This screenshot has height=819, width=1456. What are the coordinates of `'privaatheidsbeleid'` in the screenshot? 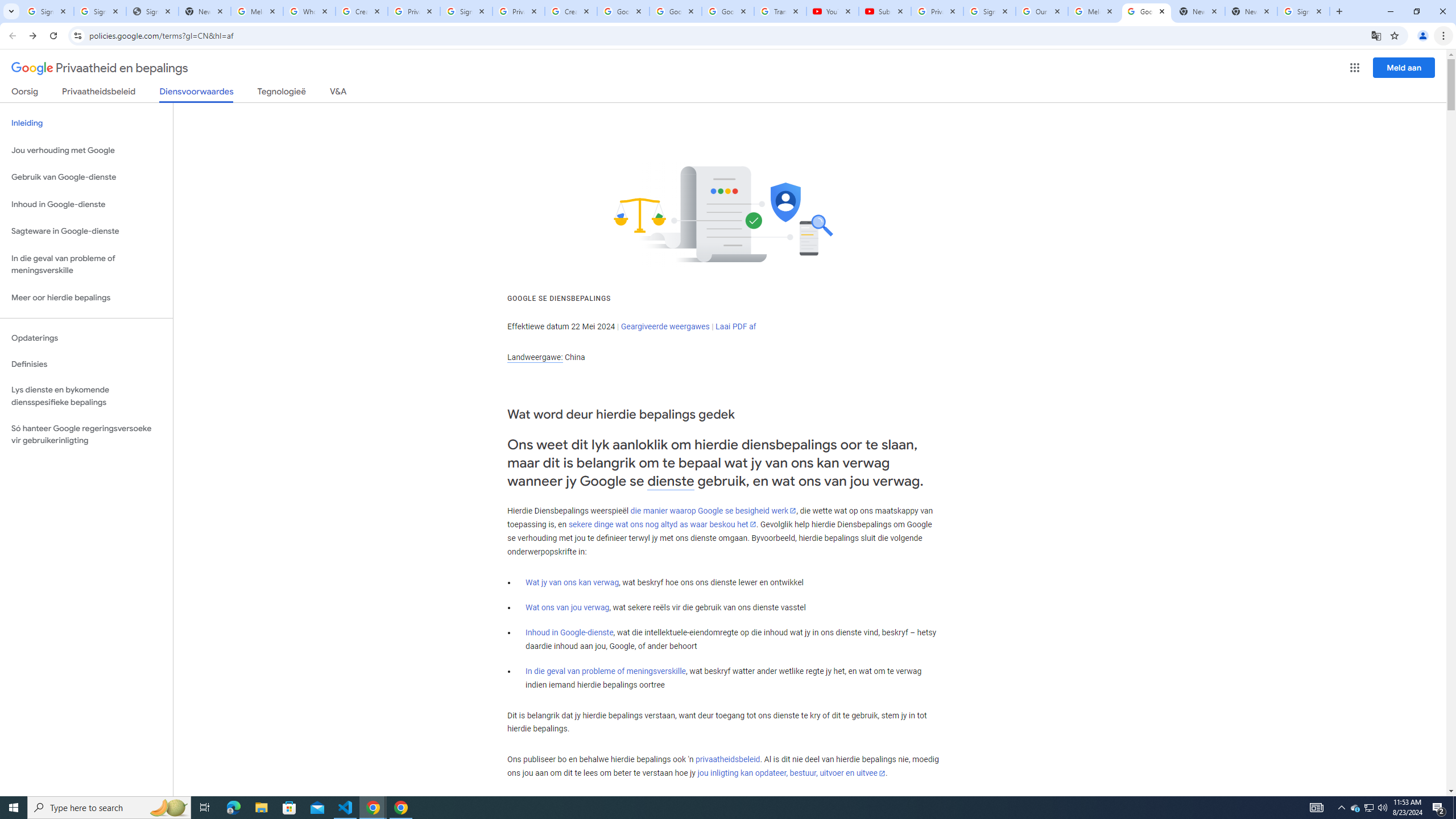 It's located at (726, 760).